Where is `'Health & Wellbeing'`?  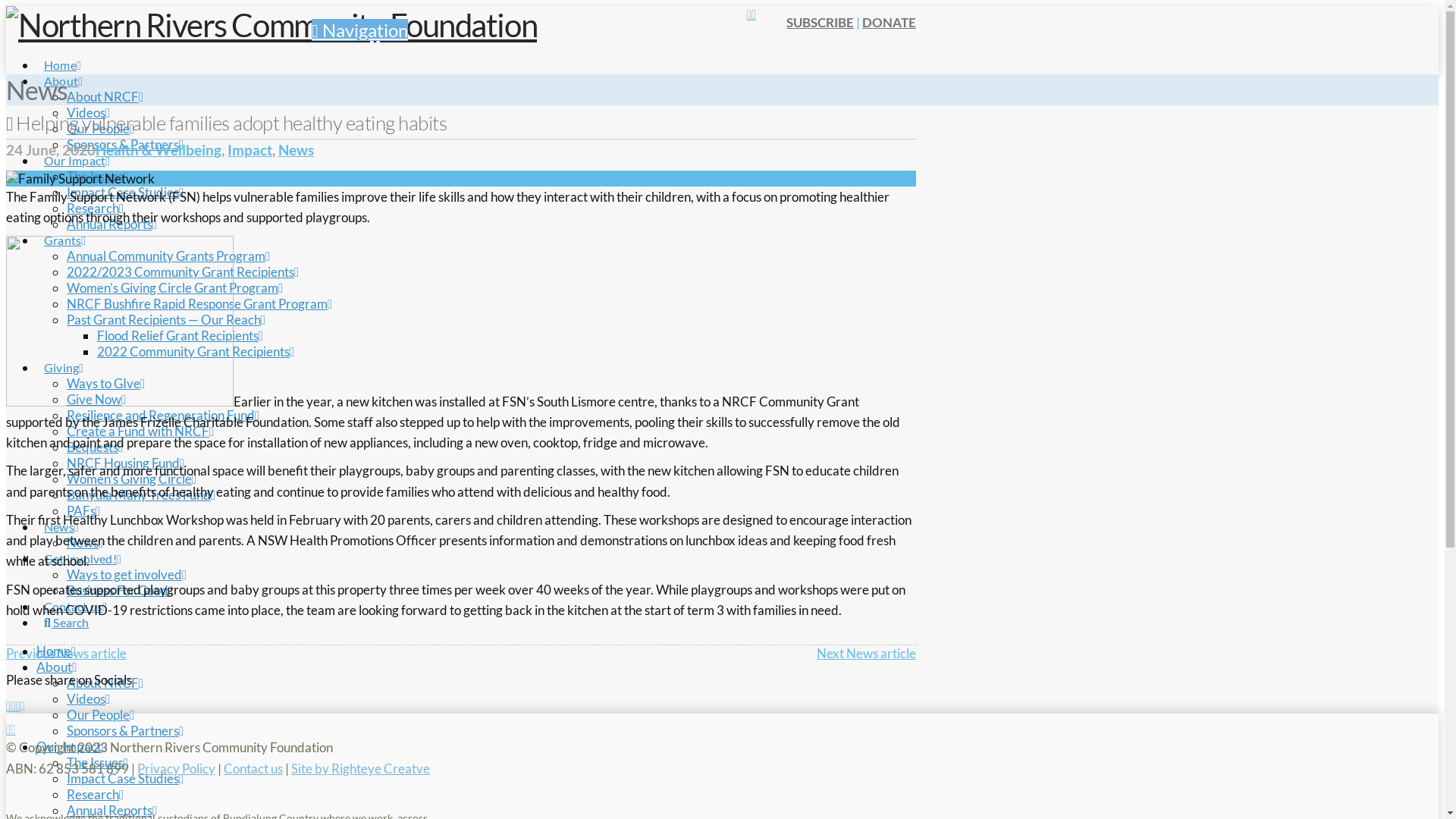
'Health & Wellbeing' is located at coordinates (158, 149).